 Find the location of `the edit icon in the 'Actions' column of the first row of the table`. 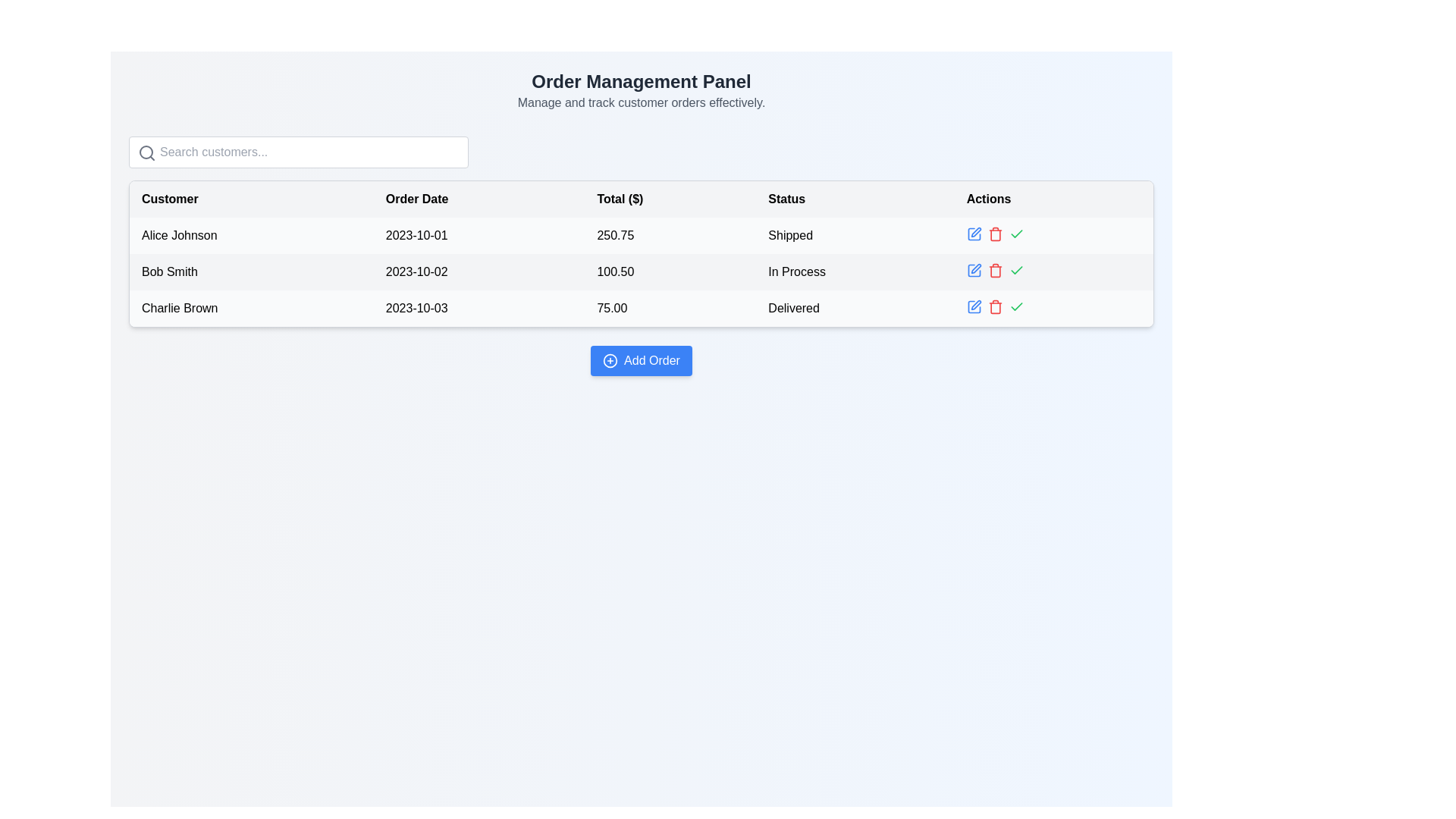

the edit icon in the 'Actions' column of the first row of the table is located at coordinates (974, 234).